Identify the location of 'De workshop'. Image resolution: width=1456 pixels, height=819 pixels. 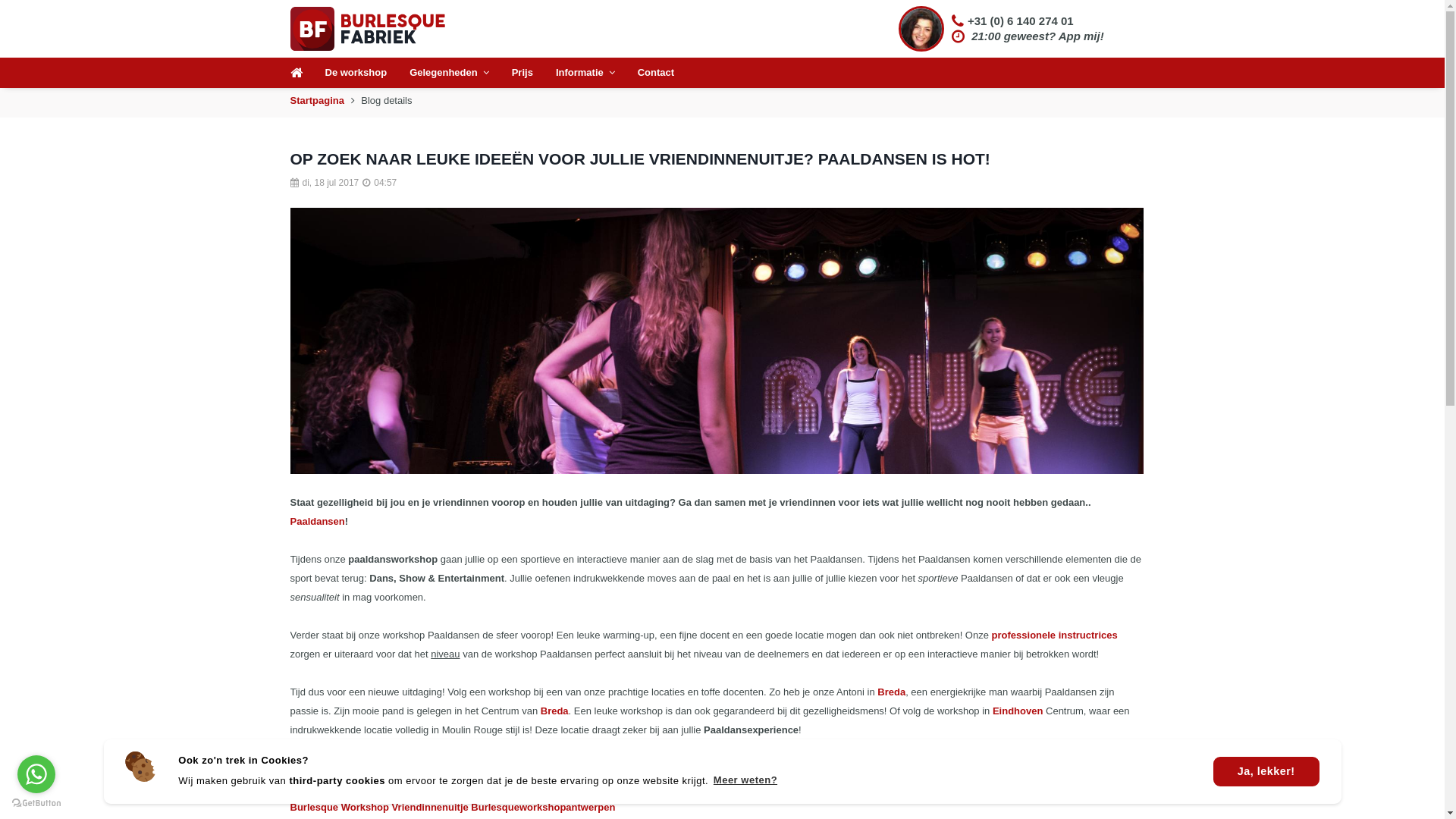
(355, 73).